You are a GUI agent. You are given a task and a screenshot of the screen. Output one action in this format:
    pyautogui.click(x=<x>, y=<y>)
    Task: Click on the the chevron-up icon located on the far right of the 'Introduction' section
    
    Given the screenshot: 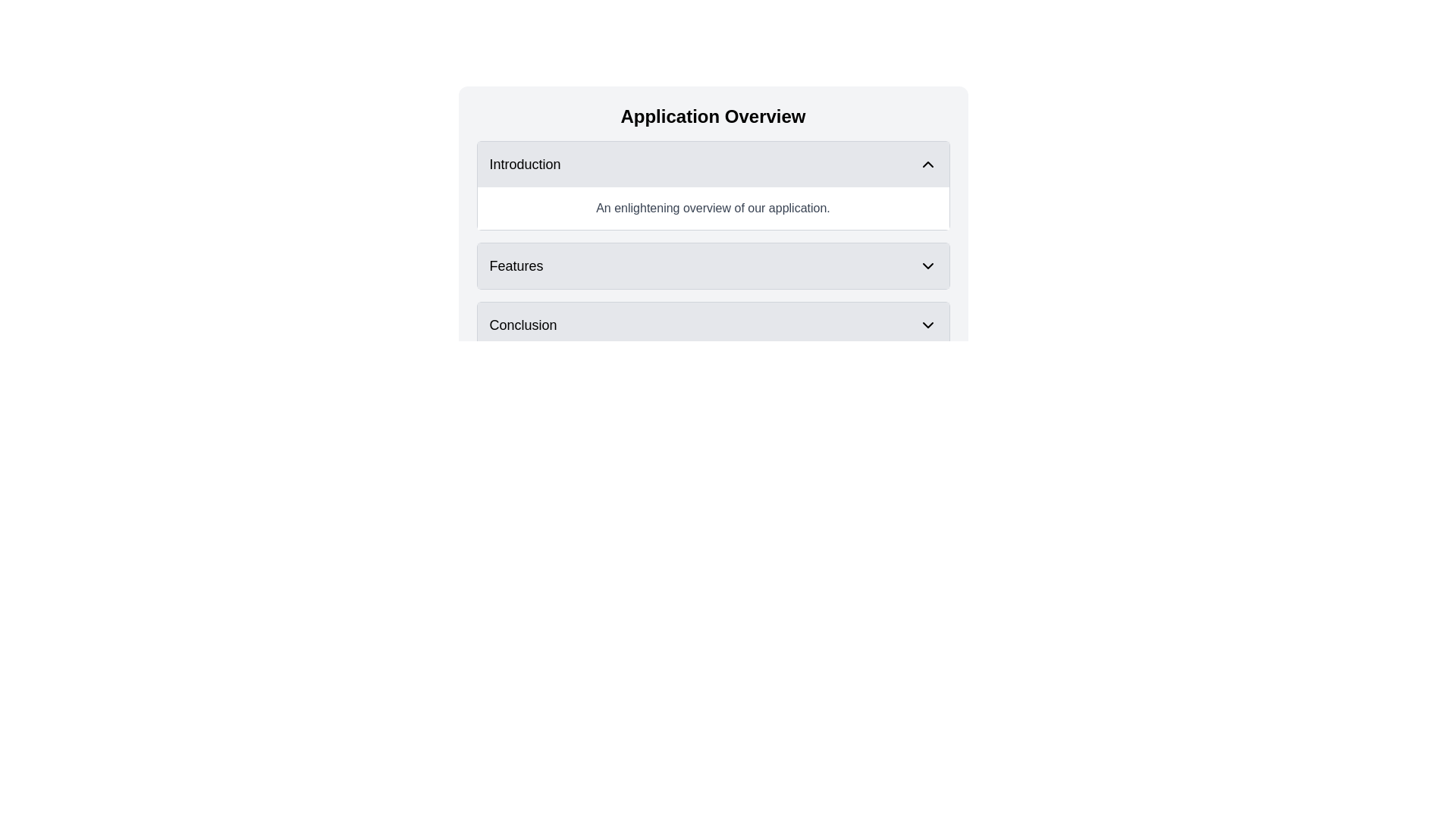 What is the action you would take?
    pyautogui.click(x=927, y=164)
    